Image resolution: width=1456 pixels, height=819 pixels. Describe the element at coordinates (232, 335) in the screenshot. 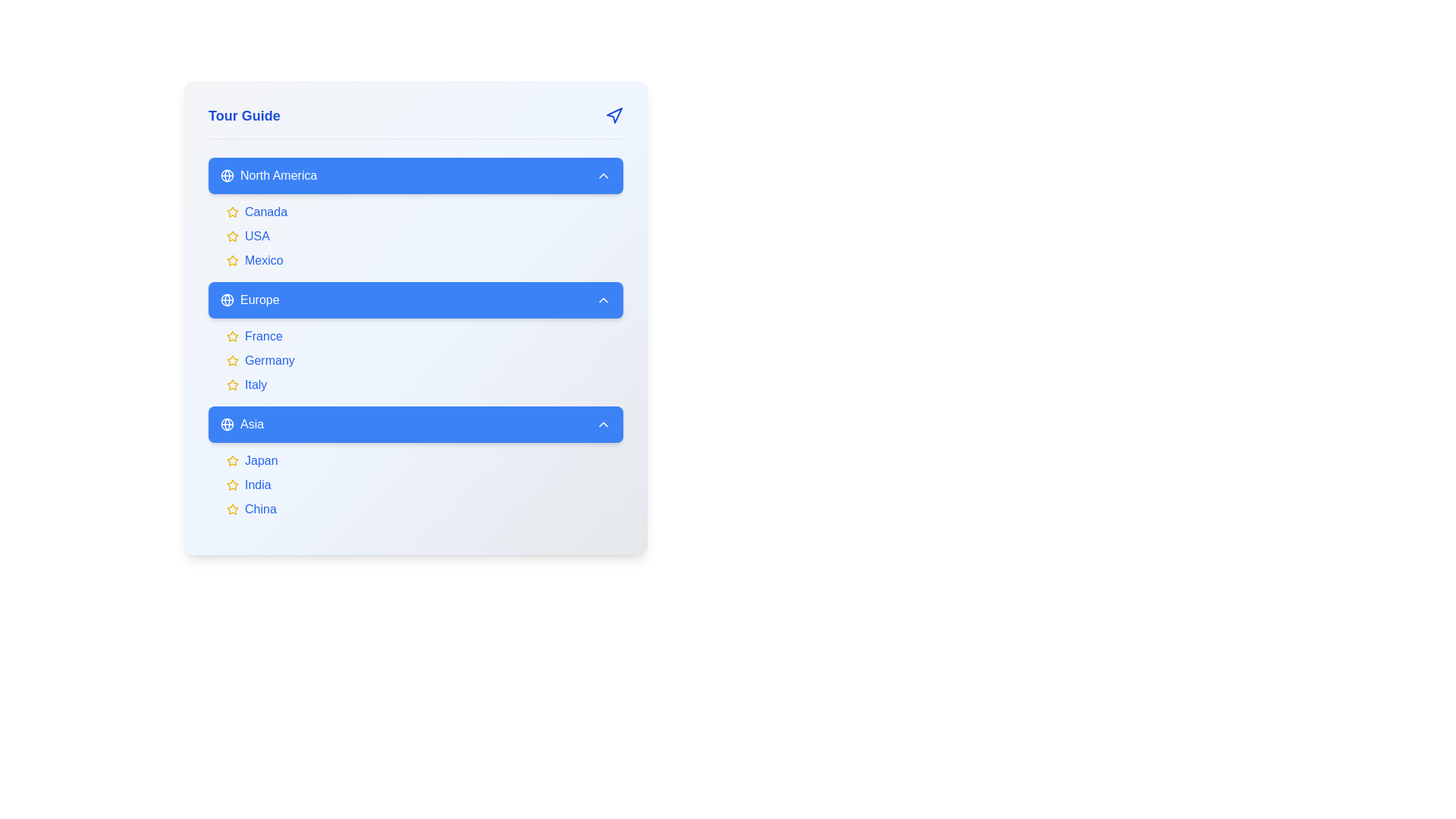

I see `the yellow star-shaped icon indicating a rating or bookmark feature, located to the left of the text 'France' in the 'Europe' section` at that location.